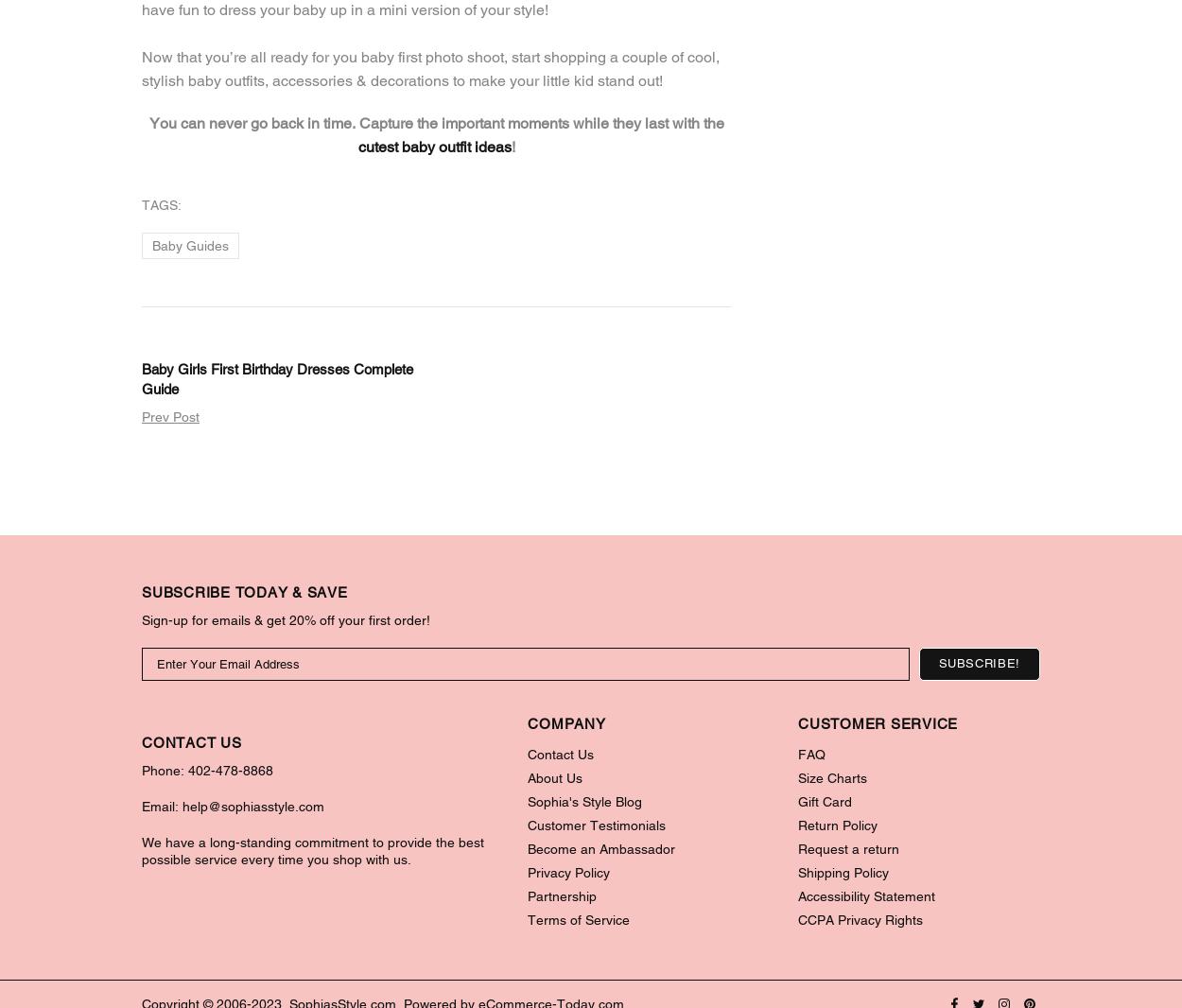 The image size is (1182, 1008). What do you see at coordinates (848, 848) in the screenshot?
I see `'Request a return'` at bounding box center [848, 848].